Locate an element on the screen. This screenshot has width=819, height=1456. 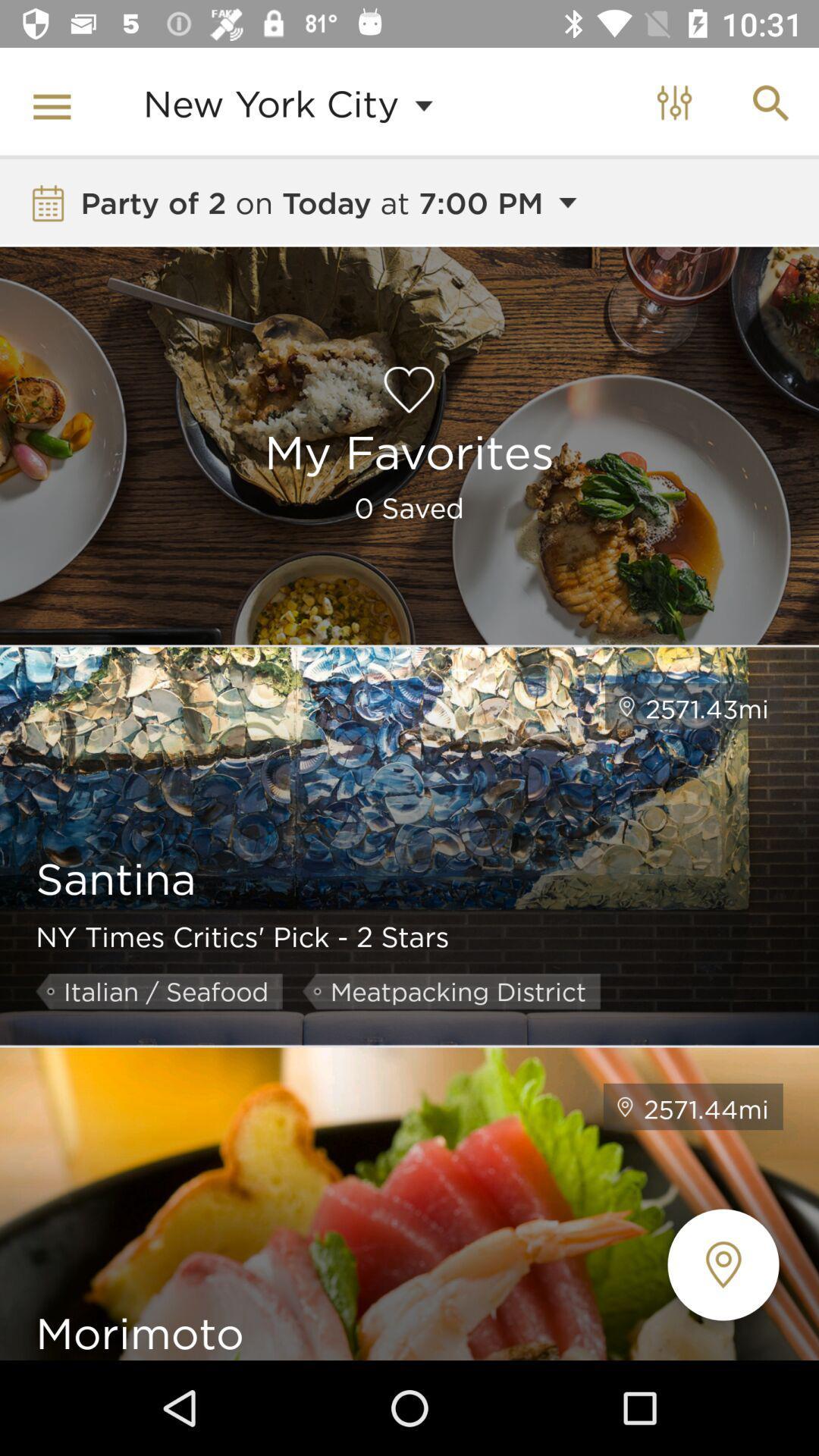
the item next to the new york city is located at coordinates (55, 102).